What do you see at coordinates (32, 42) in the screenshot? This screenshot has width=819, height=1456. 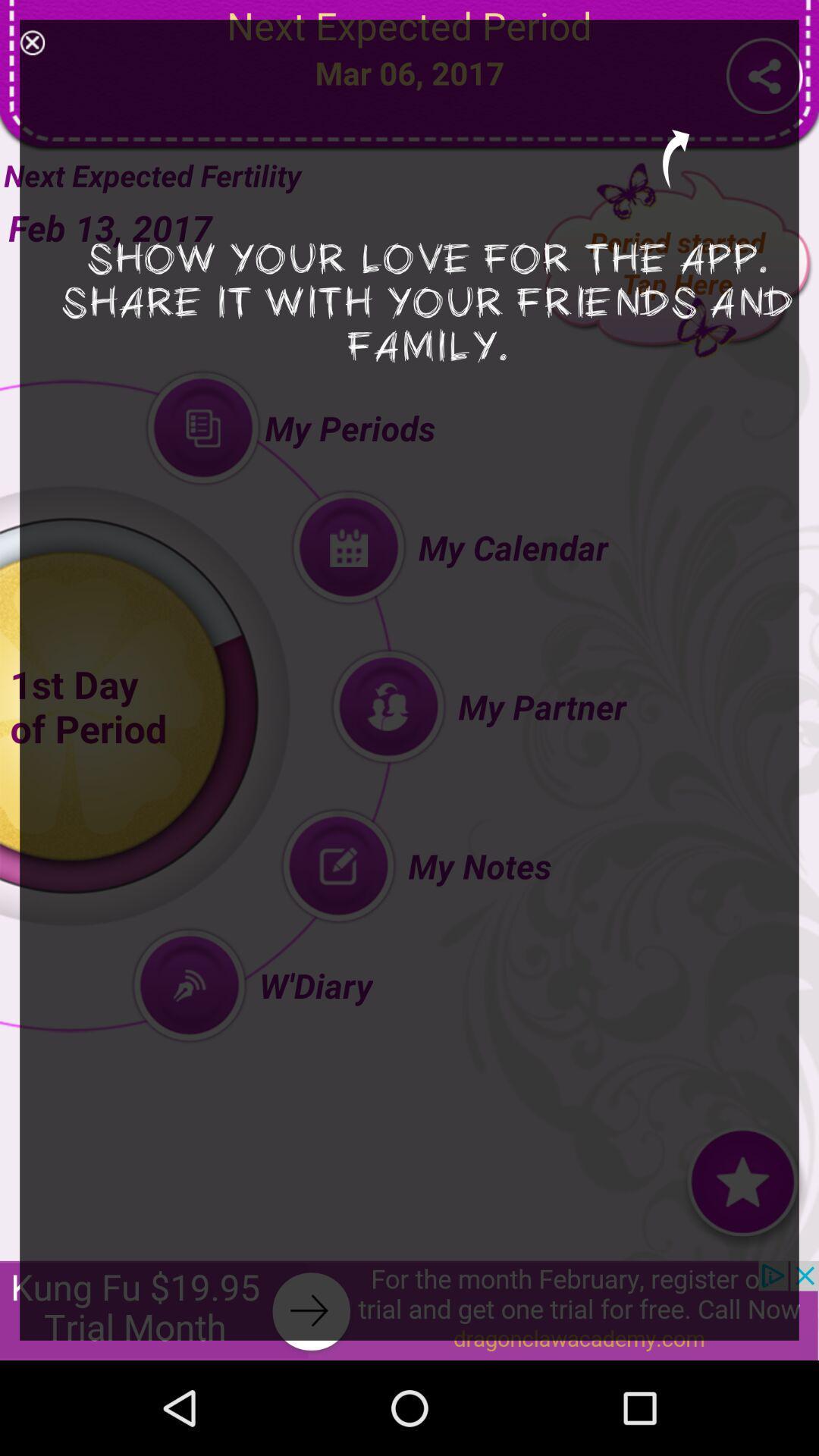 I see `the icon at the top left corner` at bounding box center [32, 42].